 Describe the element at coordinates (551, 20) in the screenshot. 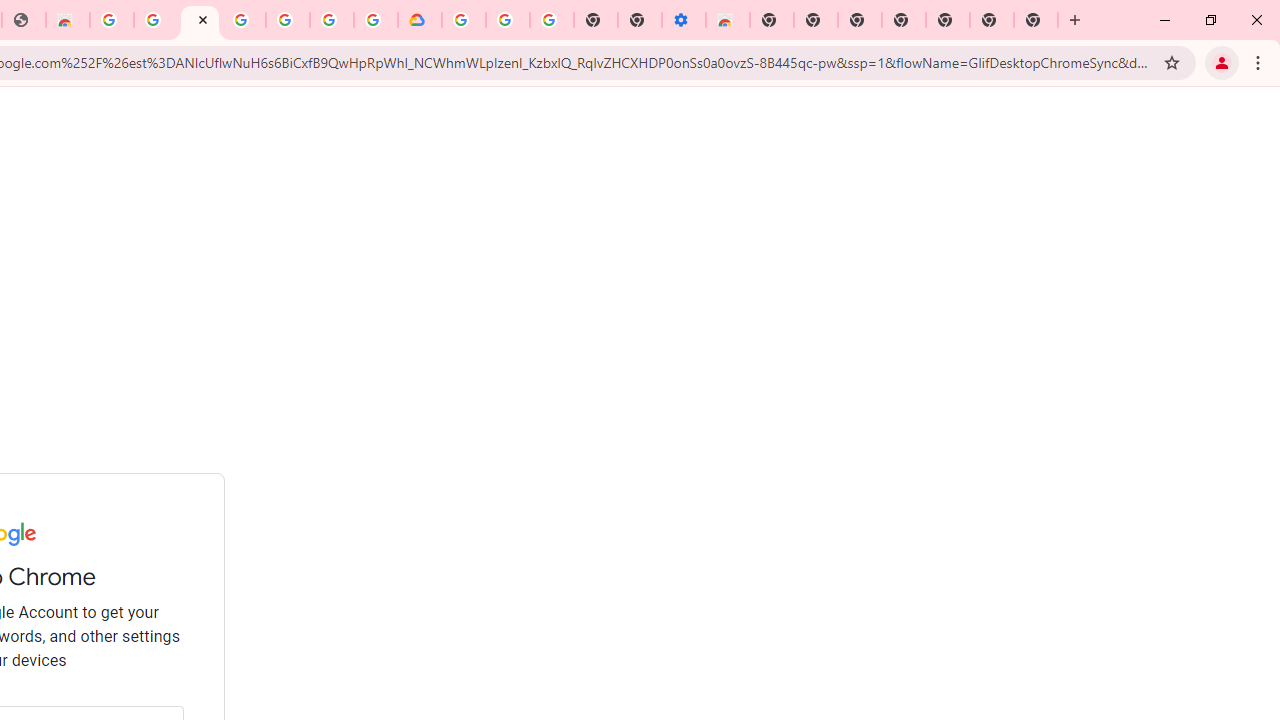

I see `'Turn cookies on or off - Computer - Google Account Help'` at that location.